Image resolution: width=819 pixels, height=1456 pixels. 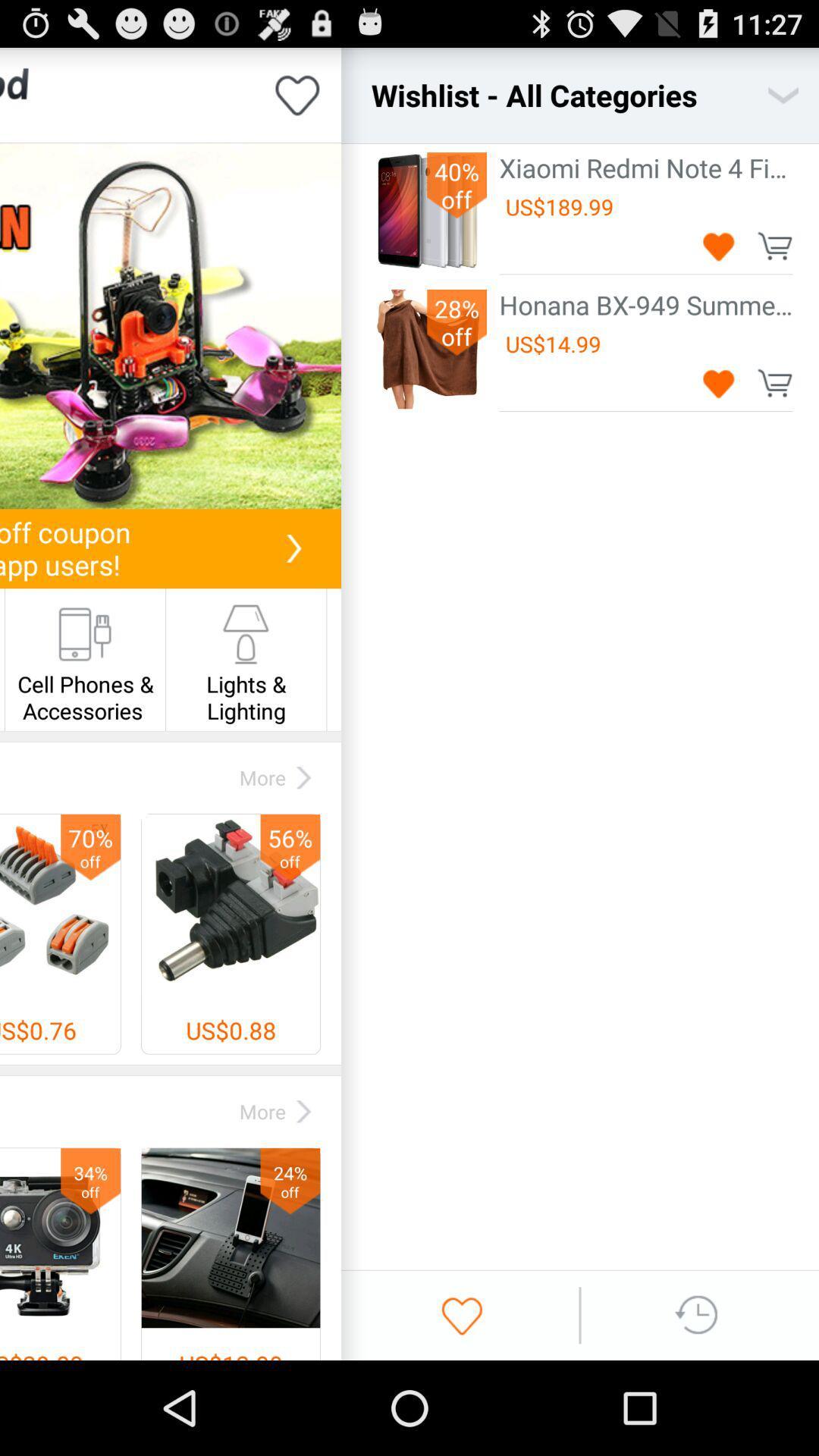 What do you see at coordinates (774, 246) in the screenshot?
I see `to cart` at bounding box center [774, 246].